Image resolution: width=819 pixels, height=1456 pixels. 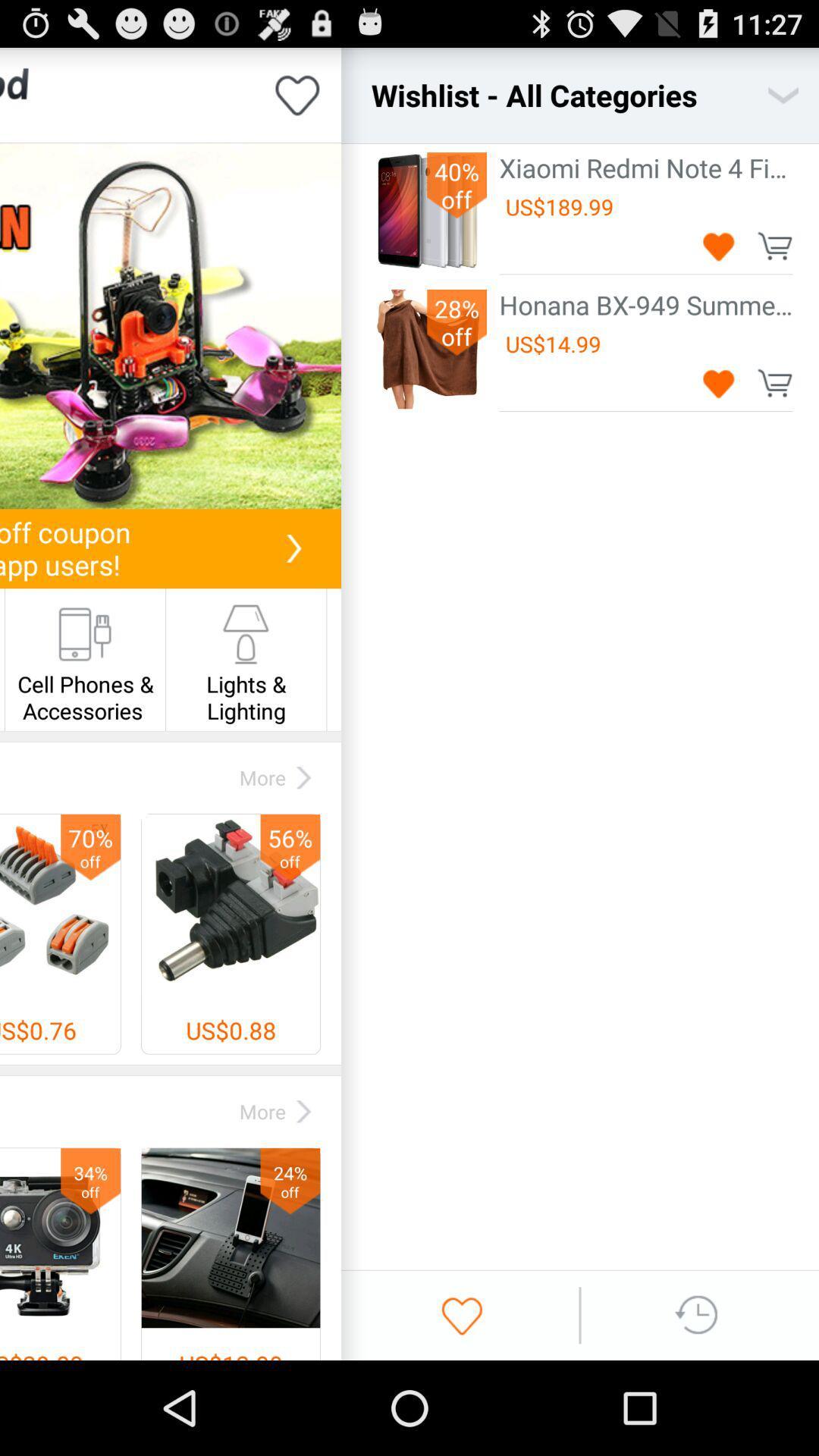 What do you see at coordinates (774, 246) in the screenshot?
I see `to cart` at bounding box center [774, 246].